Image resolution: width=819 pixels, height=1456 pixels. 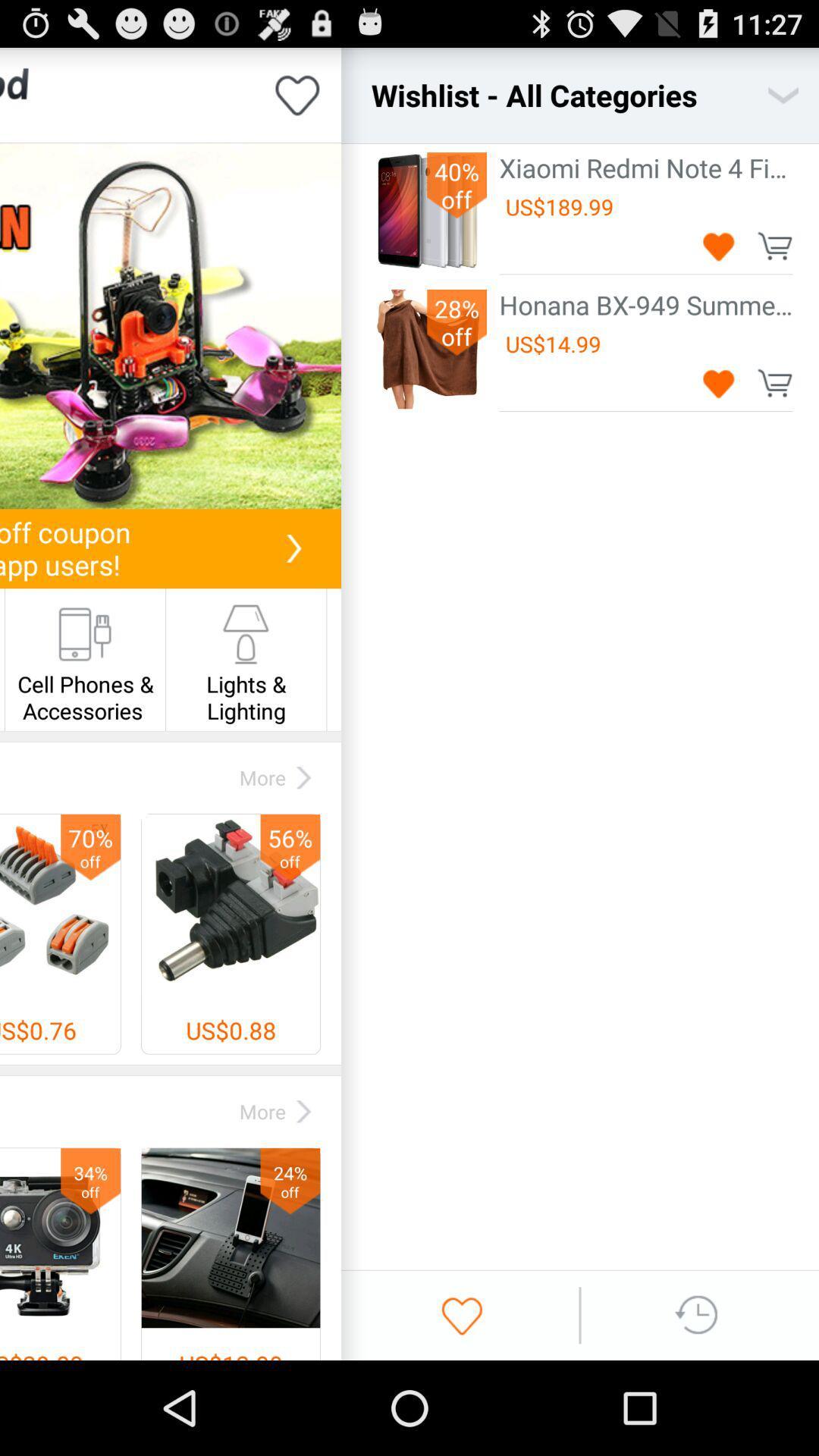 What do you see at coordinates (774, 246) in the screenshot?
I see `to cart` at bounding box center [774, 246].